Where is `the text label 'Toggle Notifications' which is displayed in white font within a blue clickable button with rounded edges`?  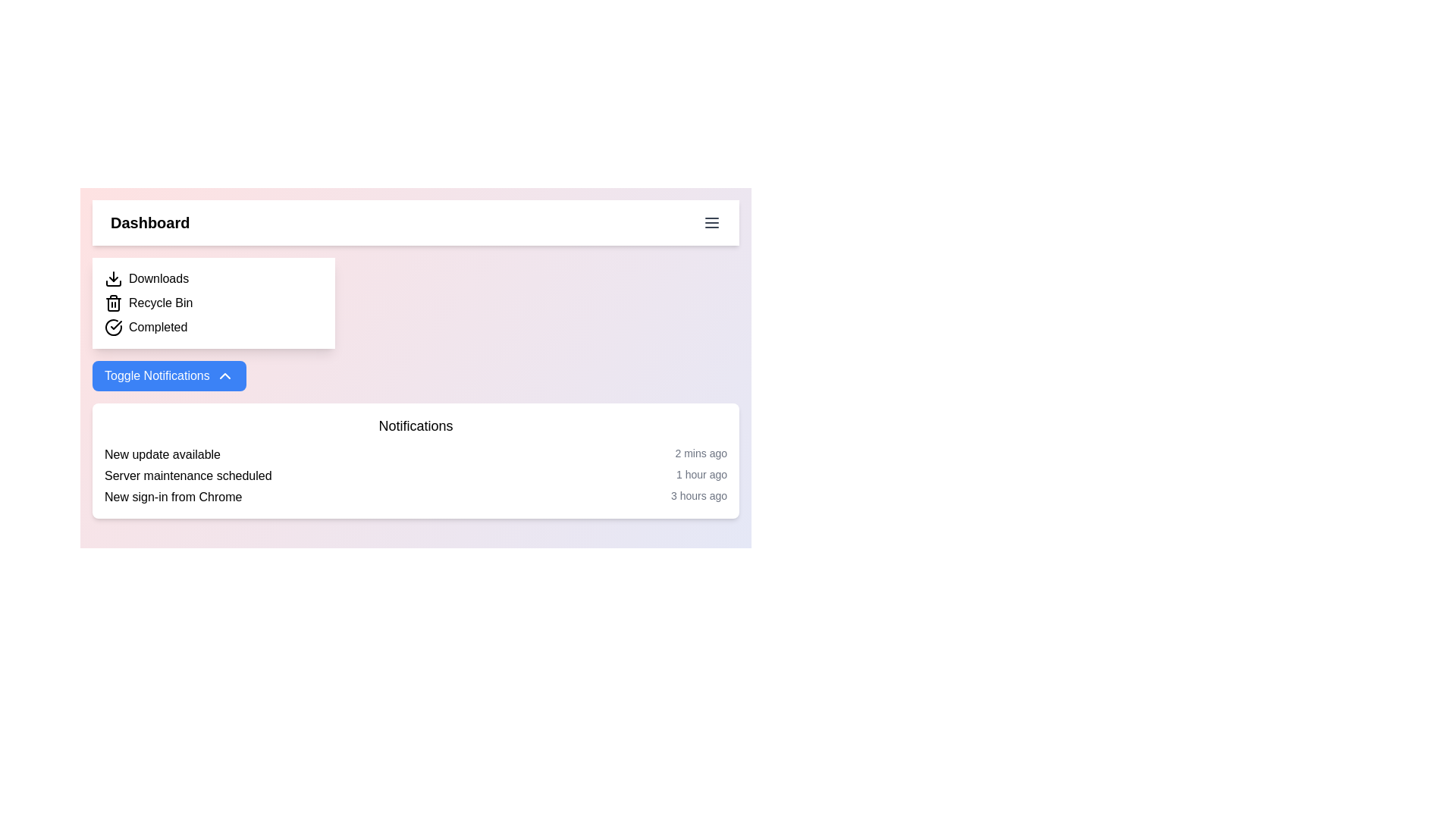
the text label 'Toggle Notifications' which is displayed in white font within a blue clickable button with rounded edges is located at coordinates (157, 375).